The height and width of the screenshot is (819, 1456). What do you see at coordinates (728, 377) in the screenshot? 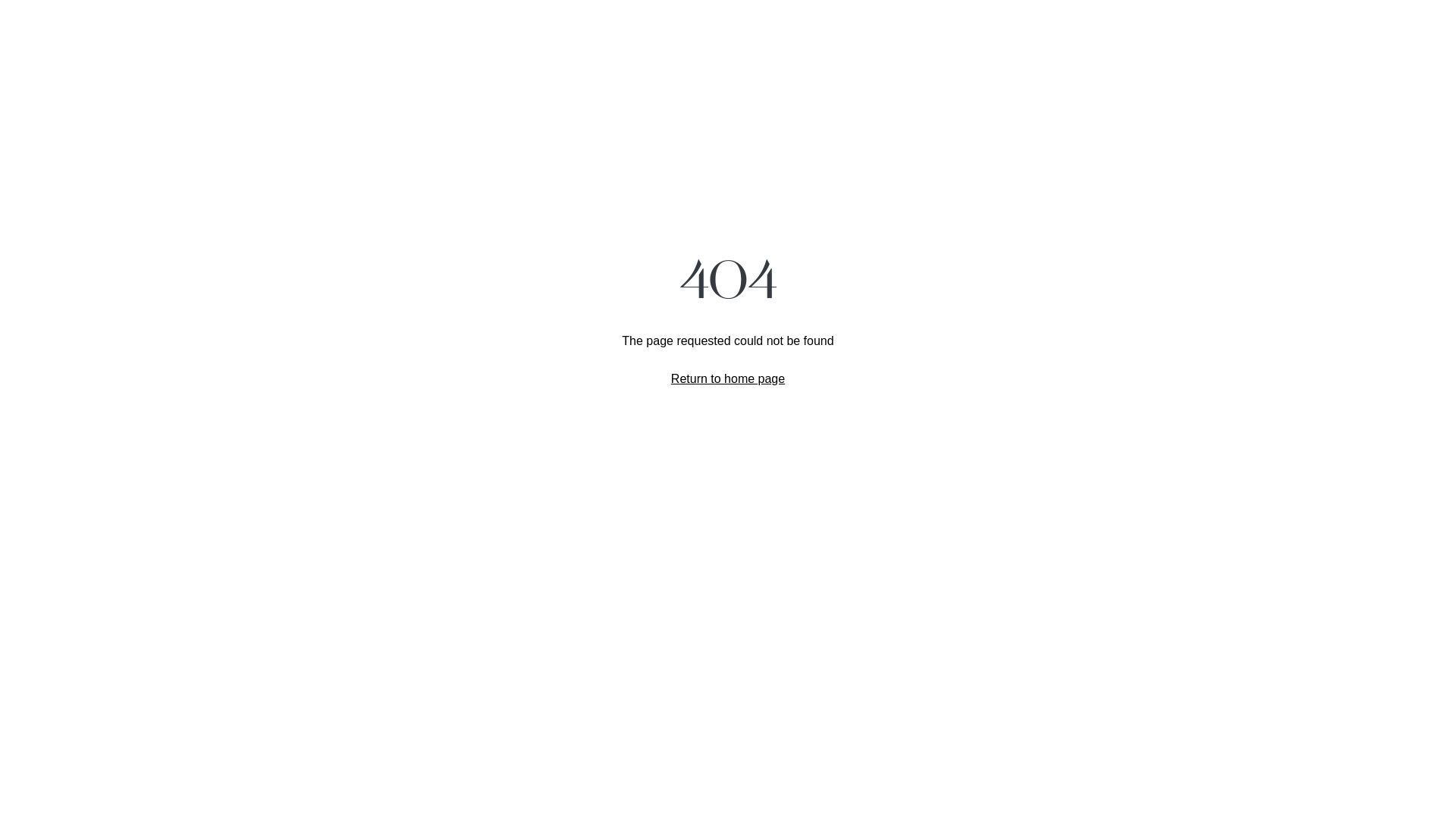
I see `'Return to home page'` at bounding box center [728, 377].